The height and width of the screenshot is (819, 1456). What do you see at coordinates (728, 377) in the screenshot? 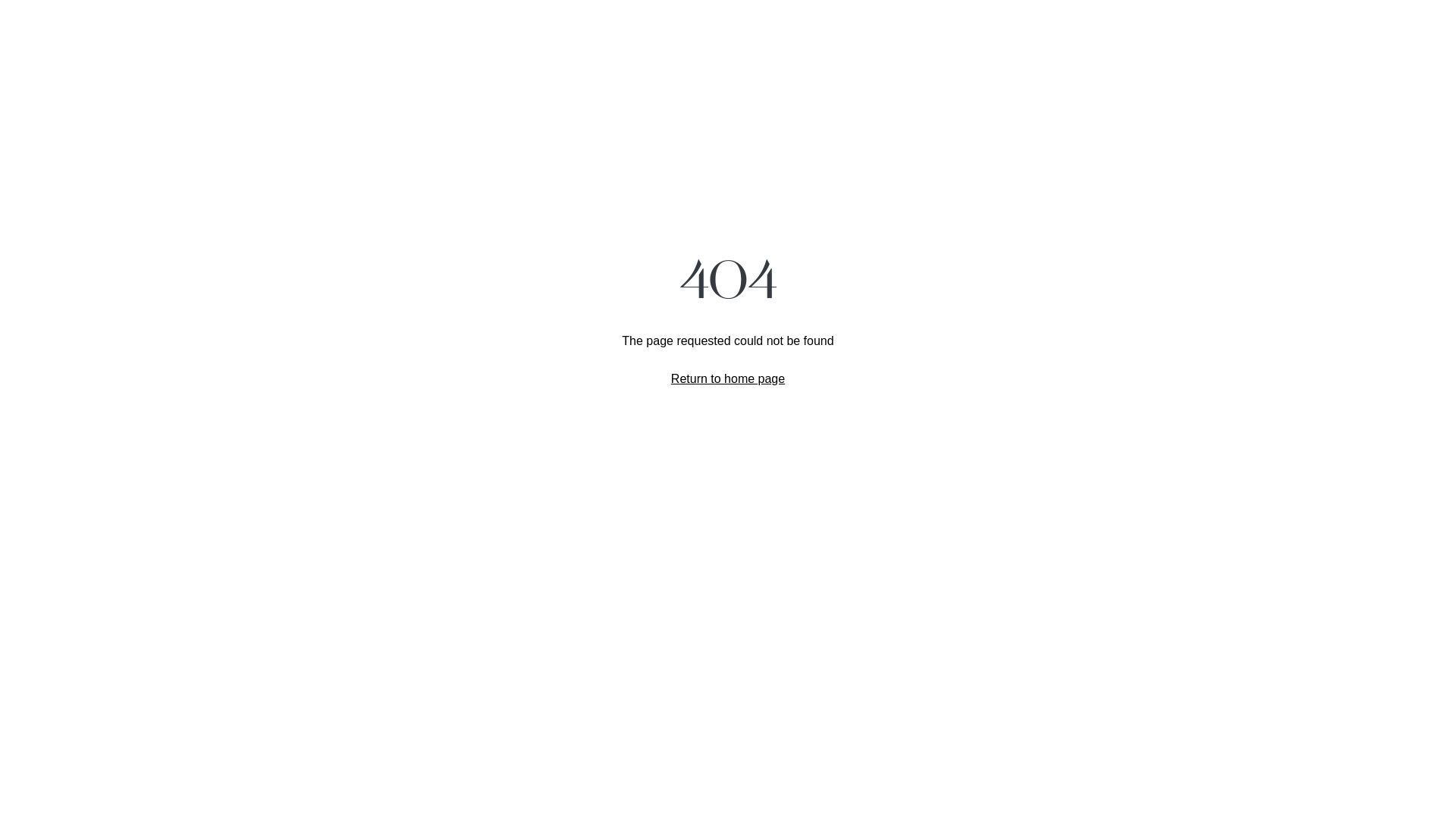
I see `'Return to home page'` at bounding box center [728, 377].